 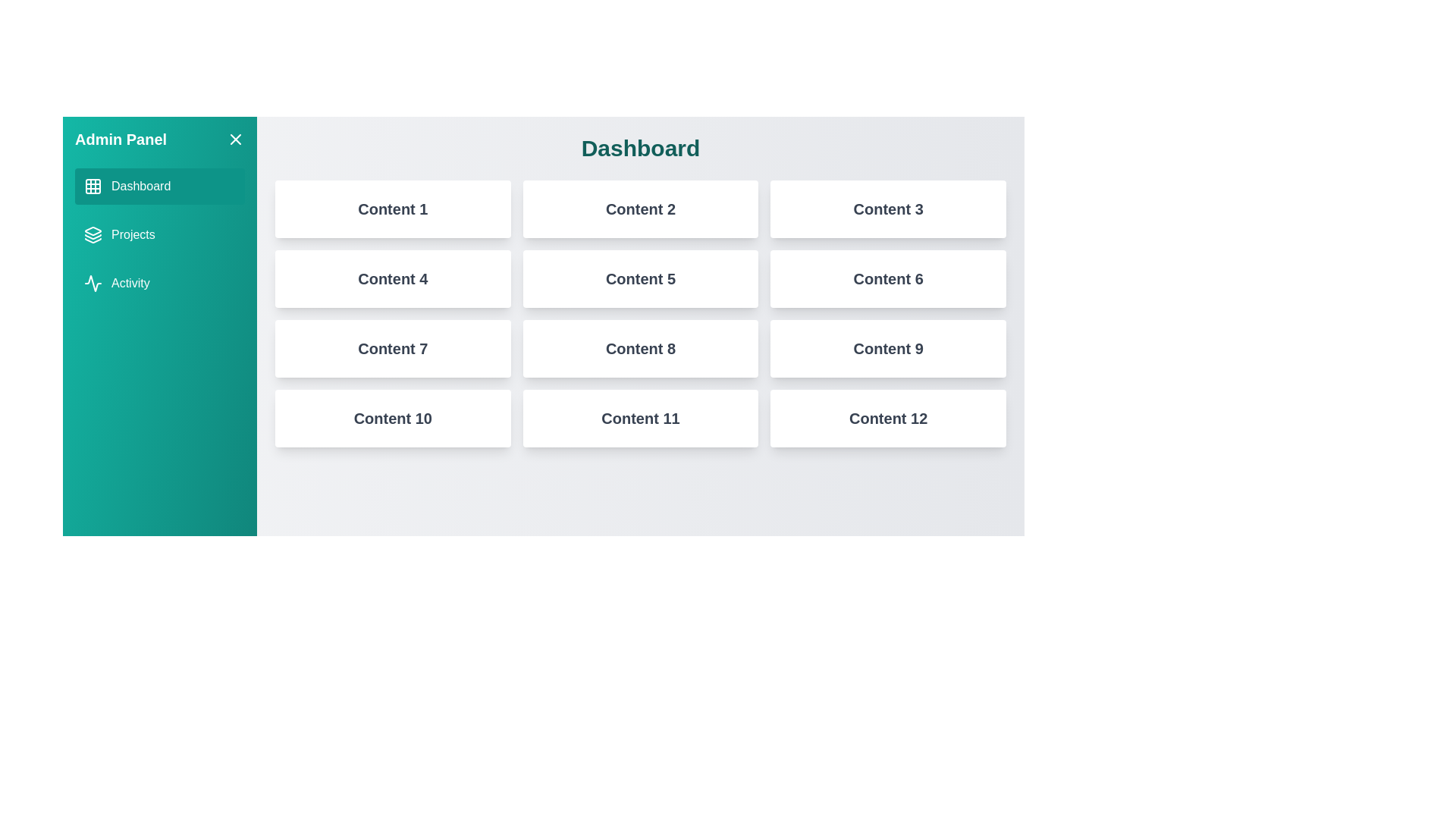 I want to click on the tab Projects from the menu, so click(x=160, y=234).